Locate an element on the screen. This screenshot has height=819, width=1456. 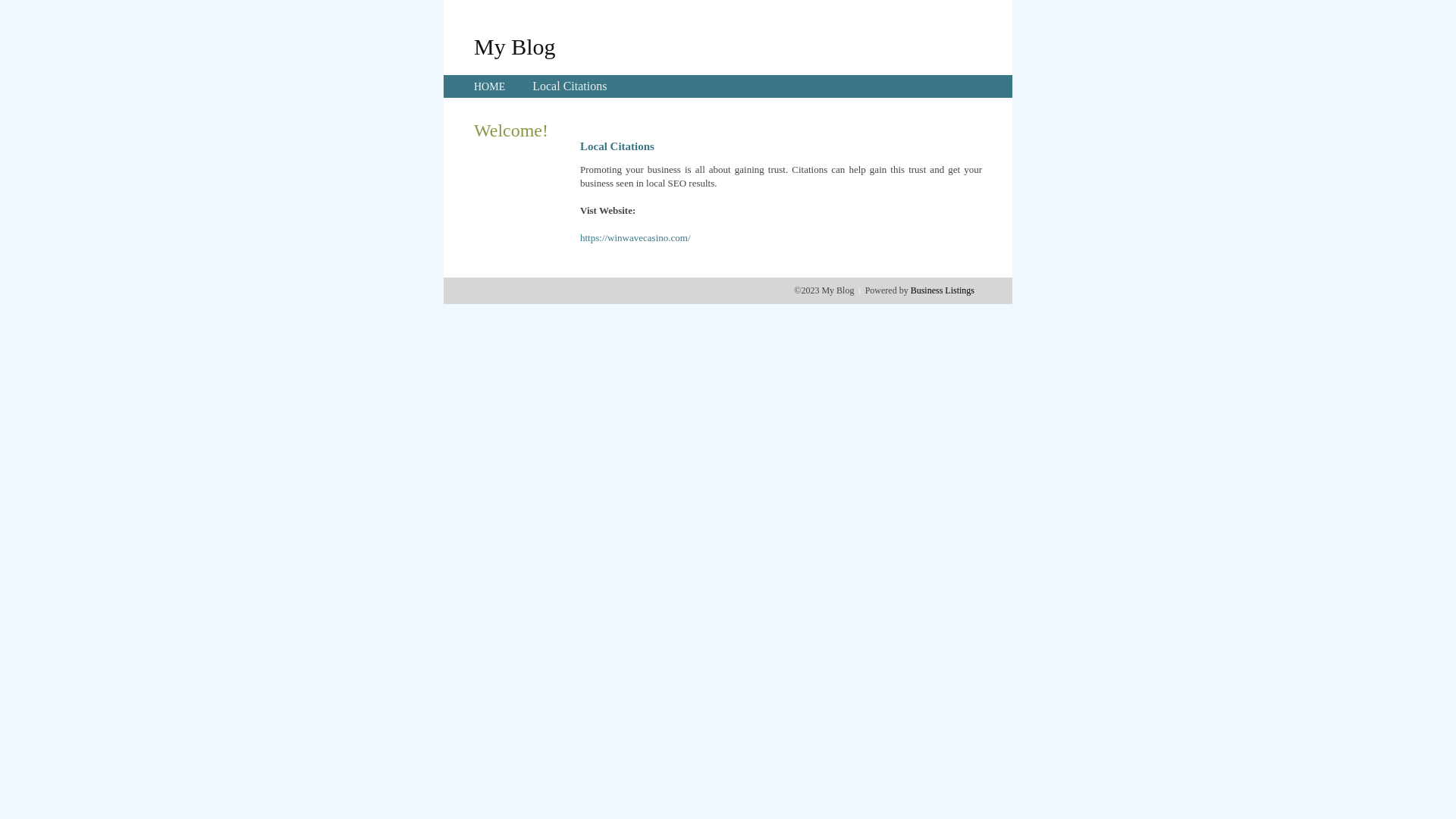
'Local Citations' is located at coordinates (568, 86).